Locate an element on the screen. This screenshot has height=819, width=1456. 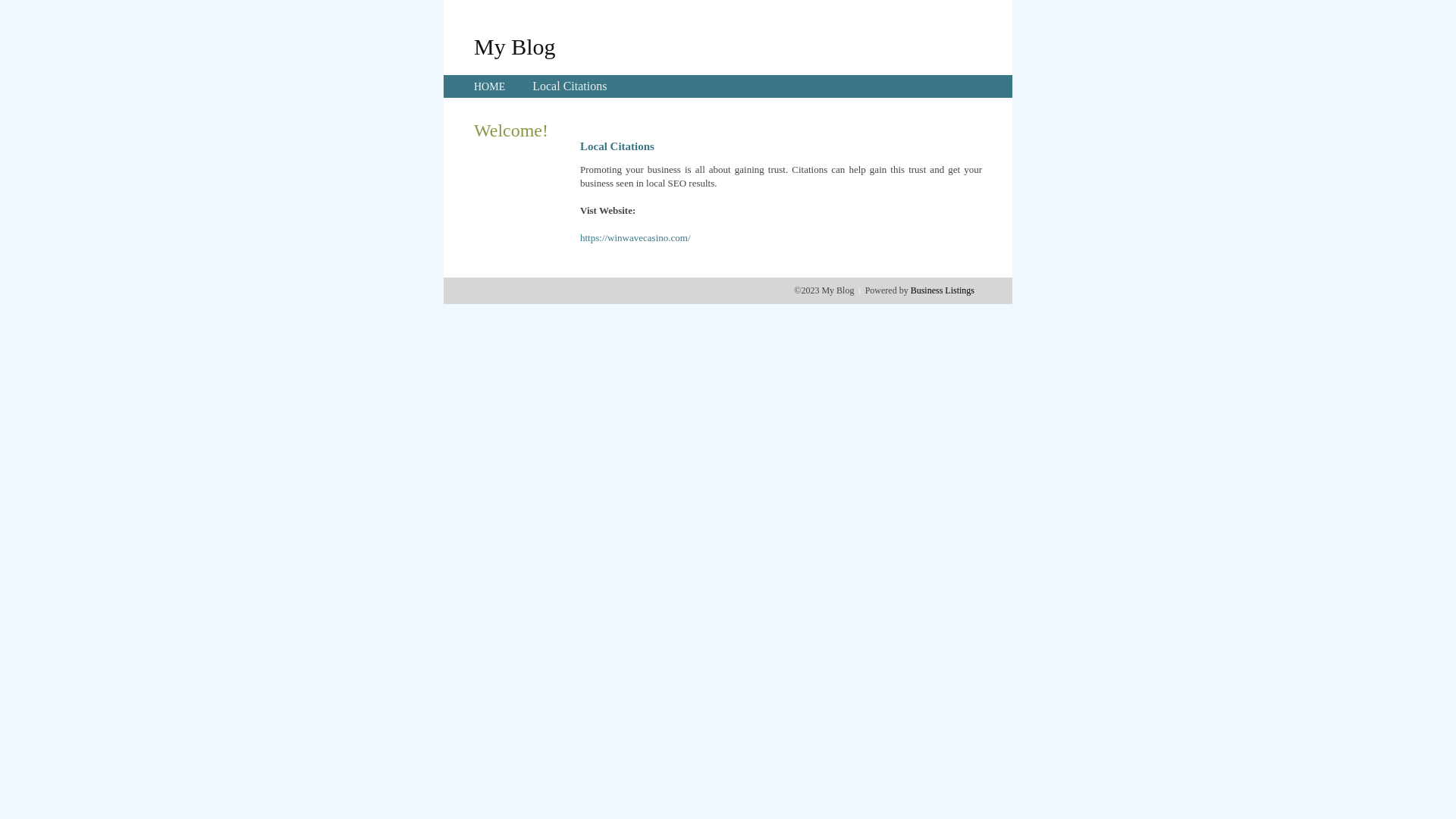
'Local Citations' is located at coordinates (568, 86).